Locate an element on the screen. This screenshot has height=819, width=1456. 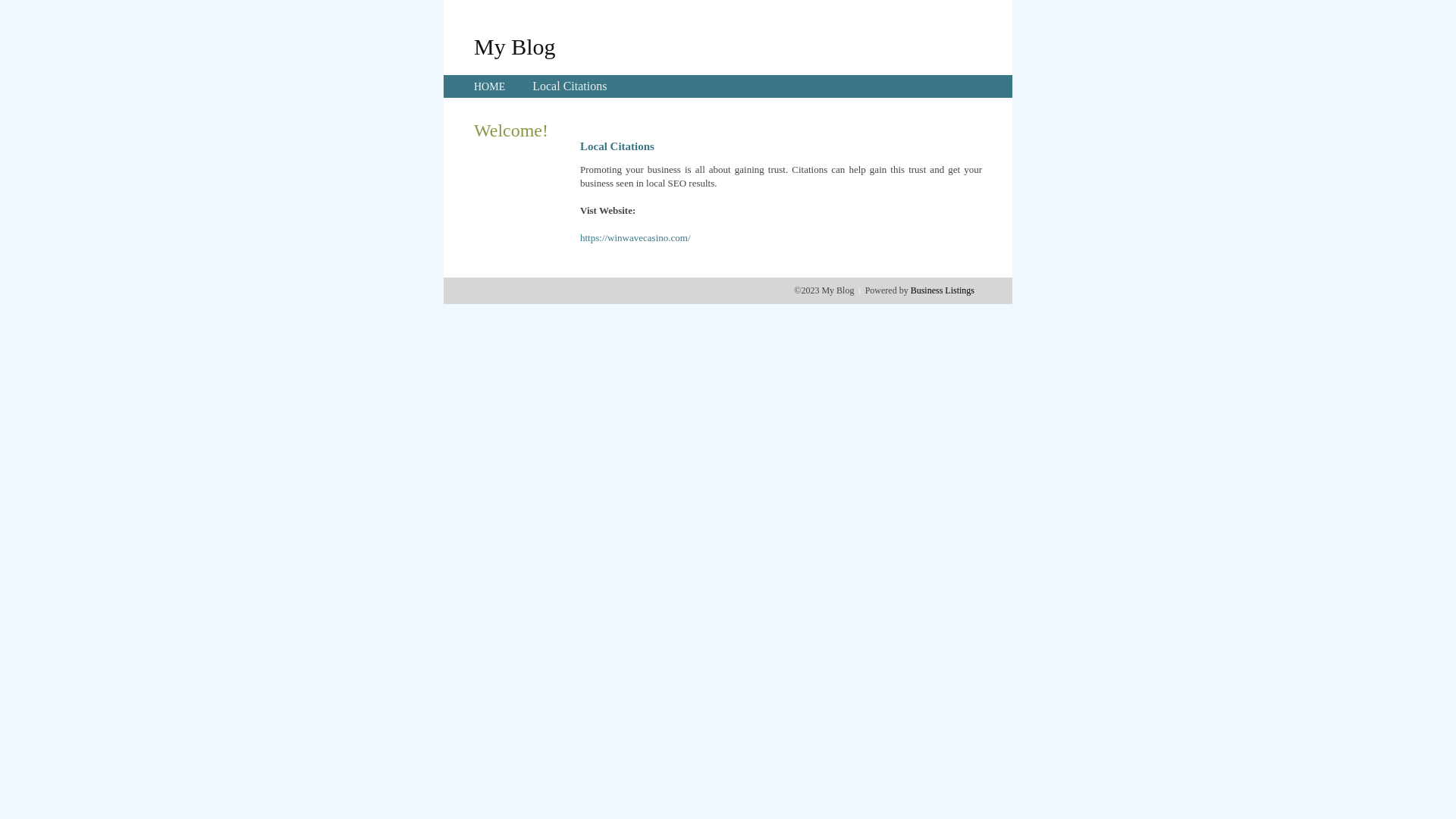
'Local Citations' is located at coordinates (568, 86).